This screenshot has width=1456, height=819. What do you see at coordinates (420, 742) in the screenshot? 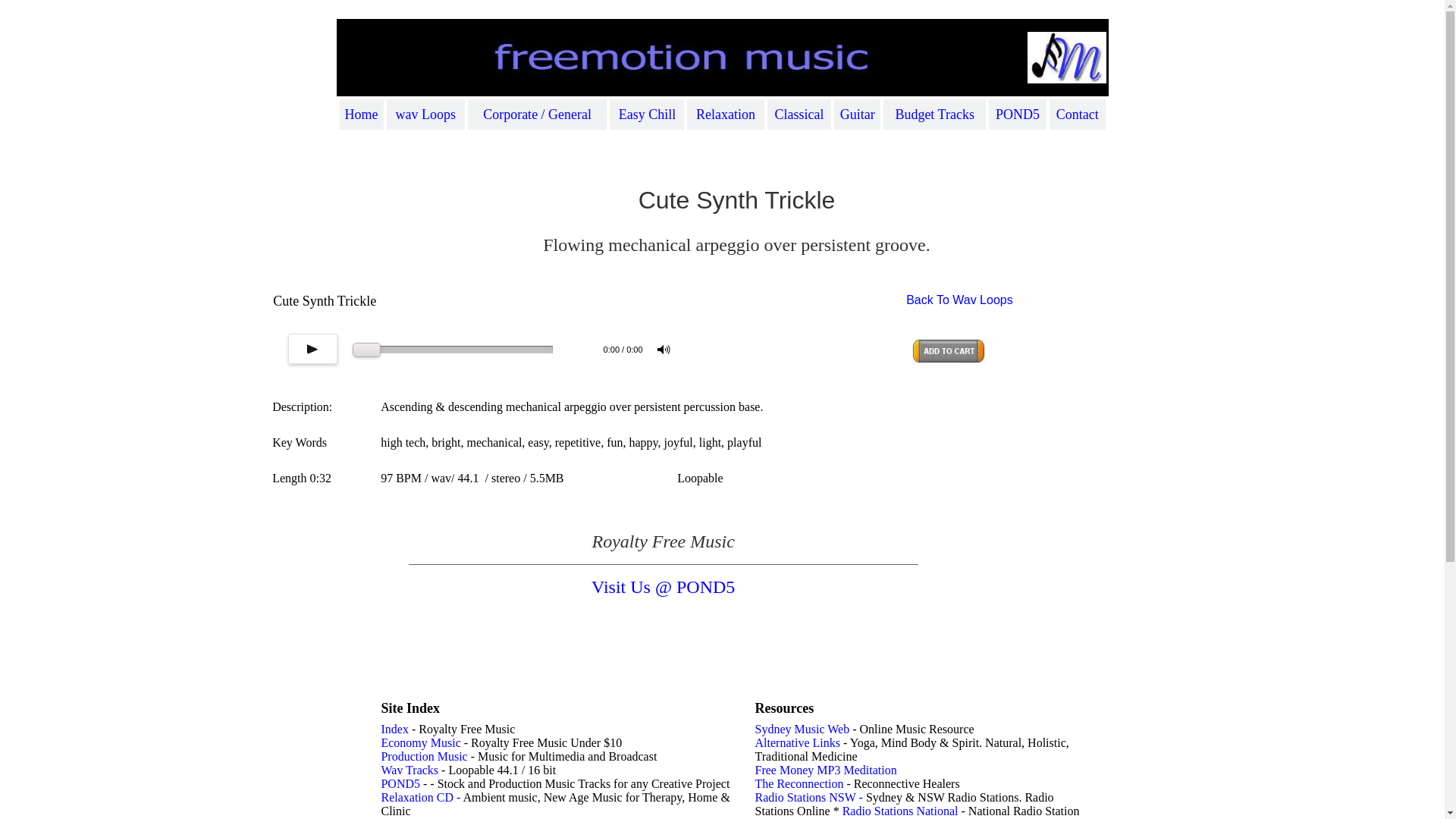
I see `'Economy Music'` at bounding box center [420, 742].